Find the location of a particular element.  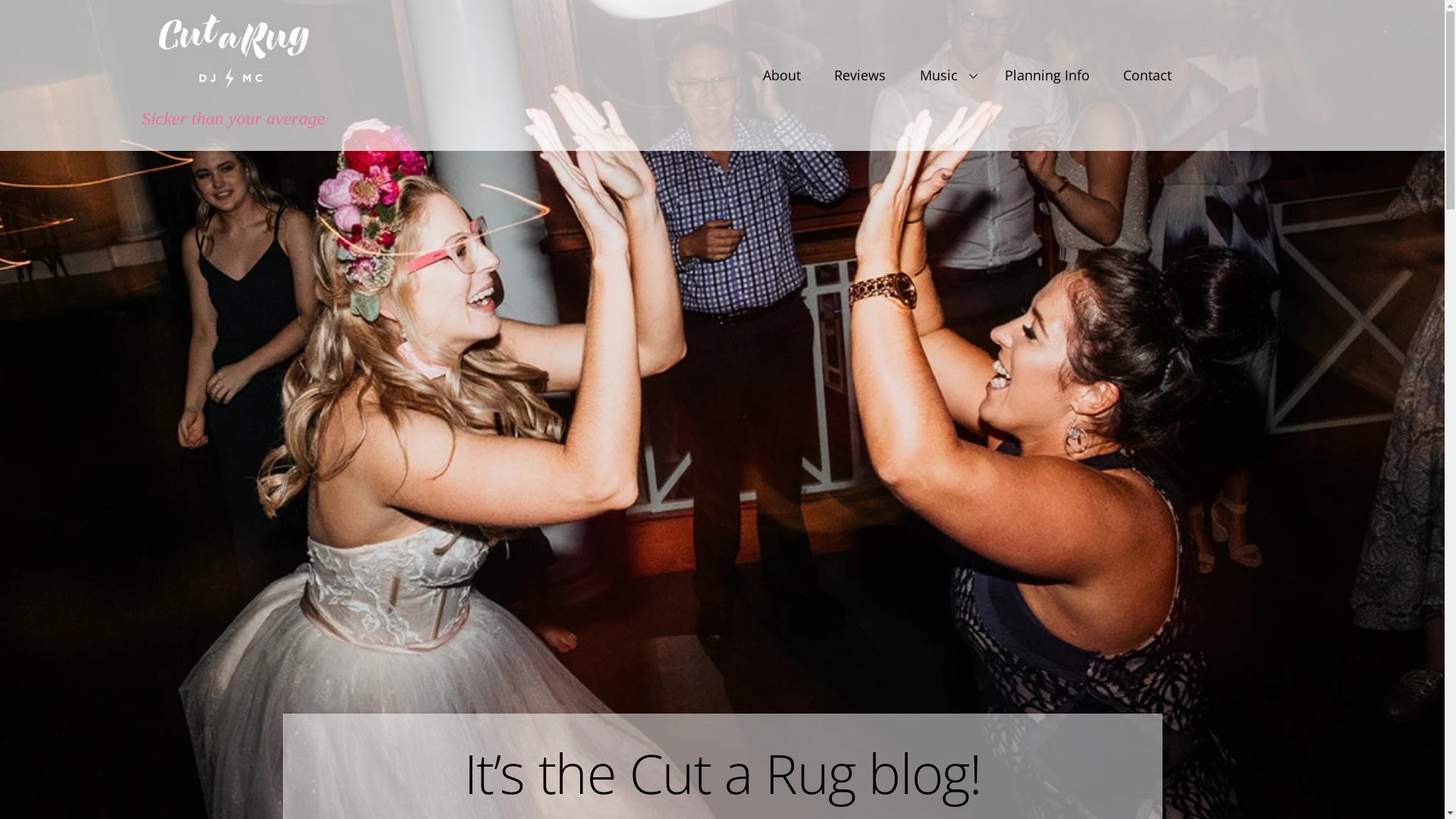

'Music' is located at coordinates (944, 76).